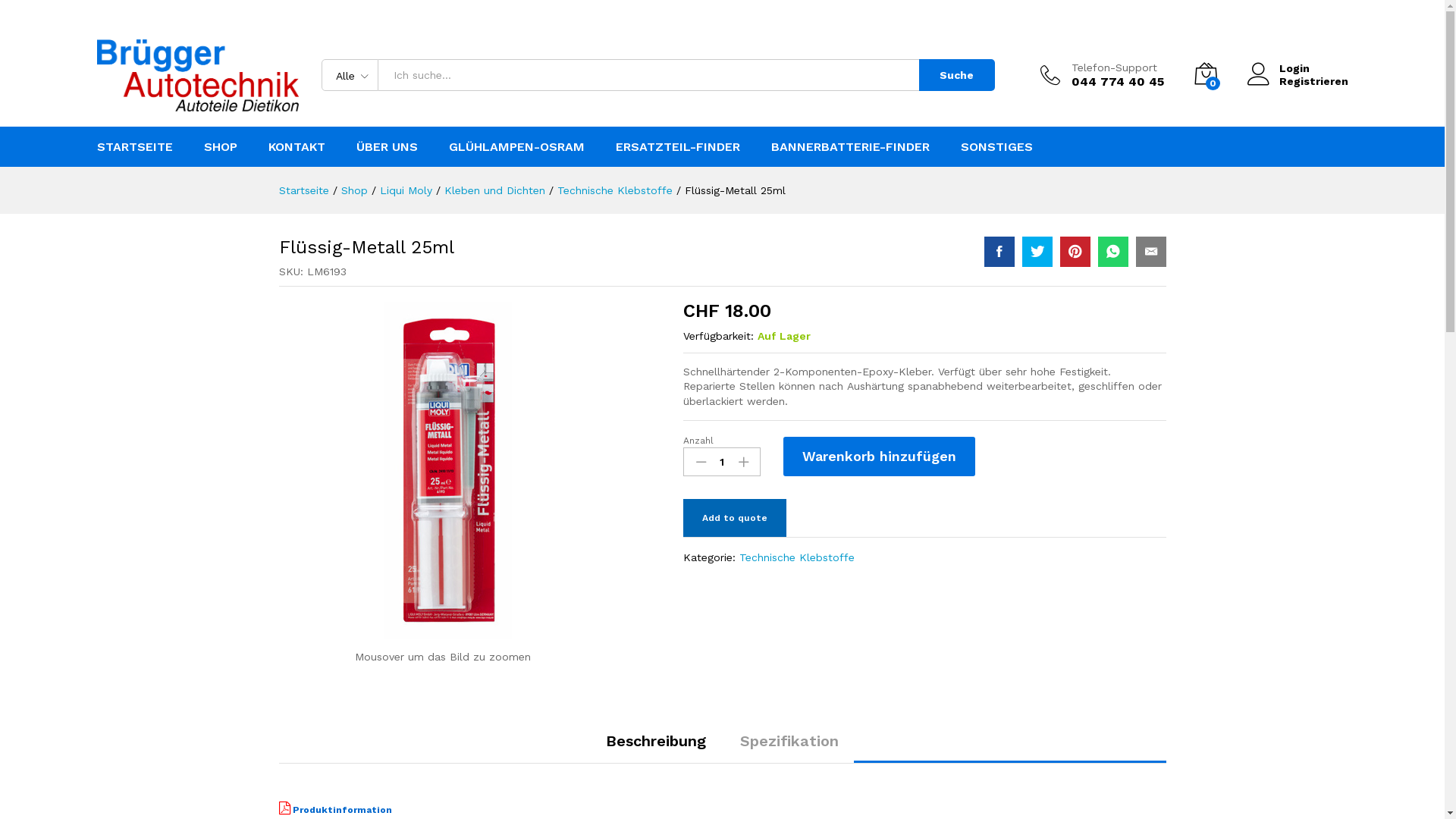  Describe the element at coordinates (279, 189) in the screenshot. I see `'Startseite'` at that location.